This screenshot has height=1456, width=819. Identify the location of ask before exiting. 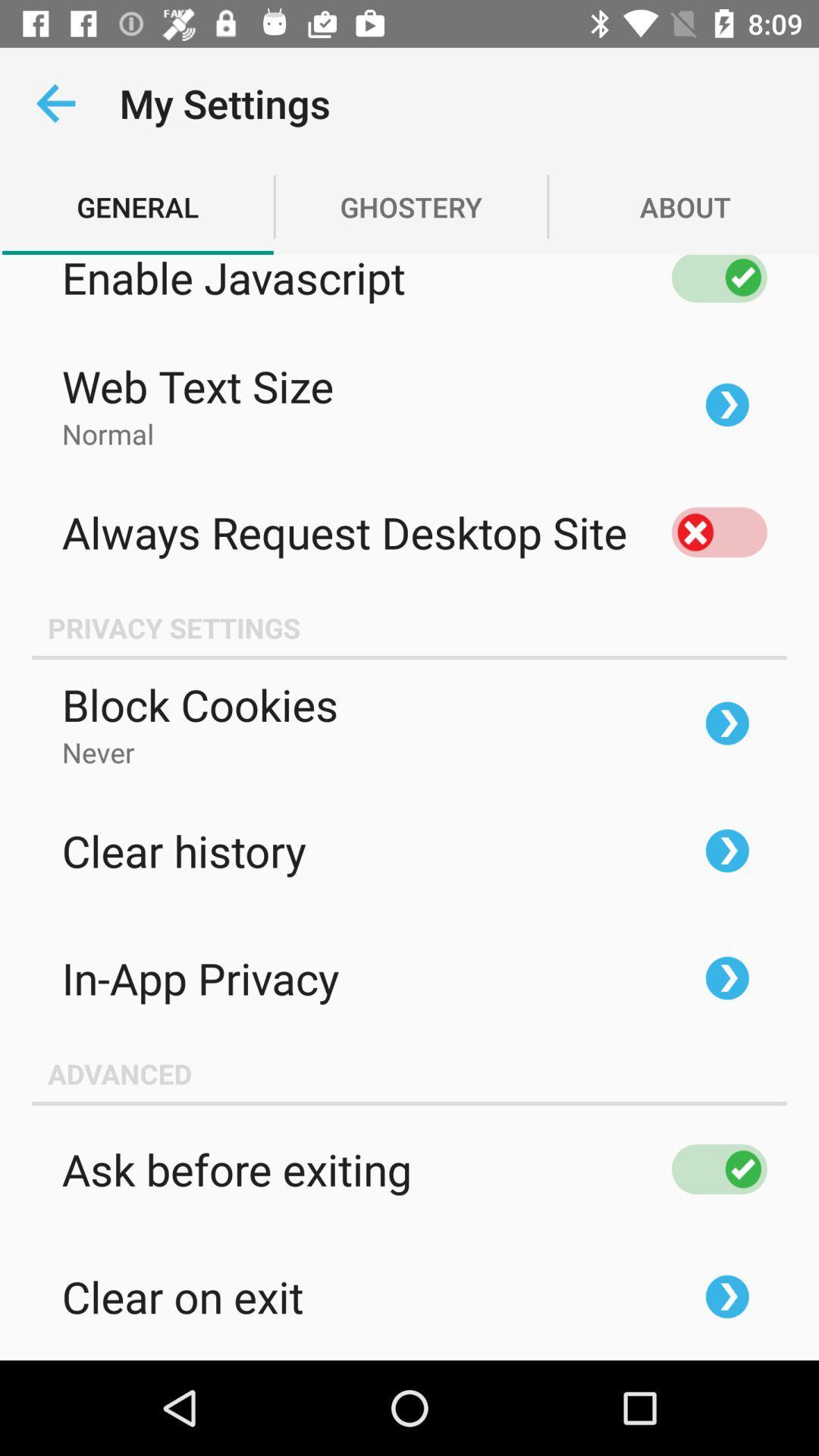
(718, 1168).